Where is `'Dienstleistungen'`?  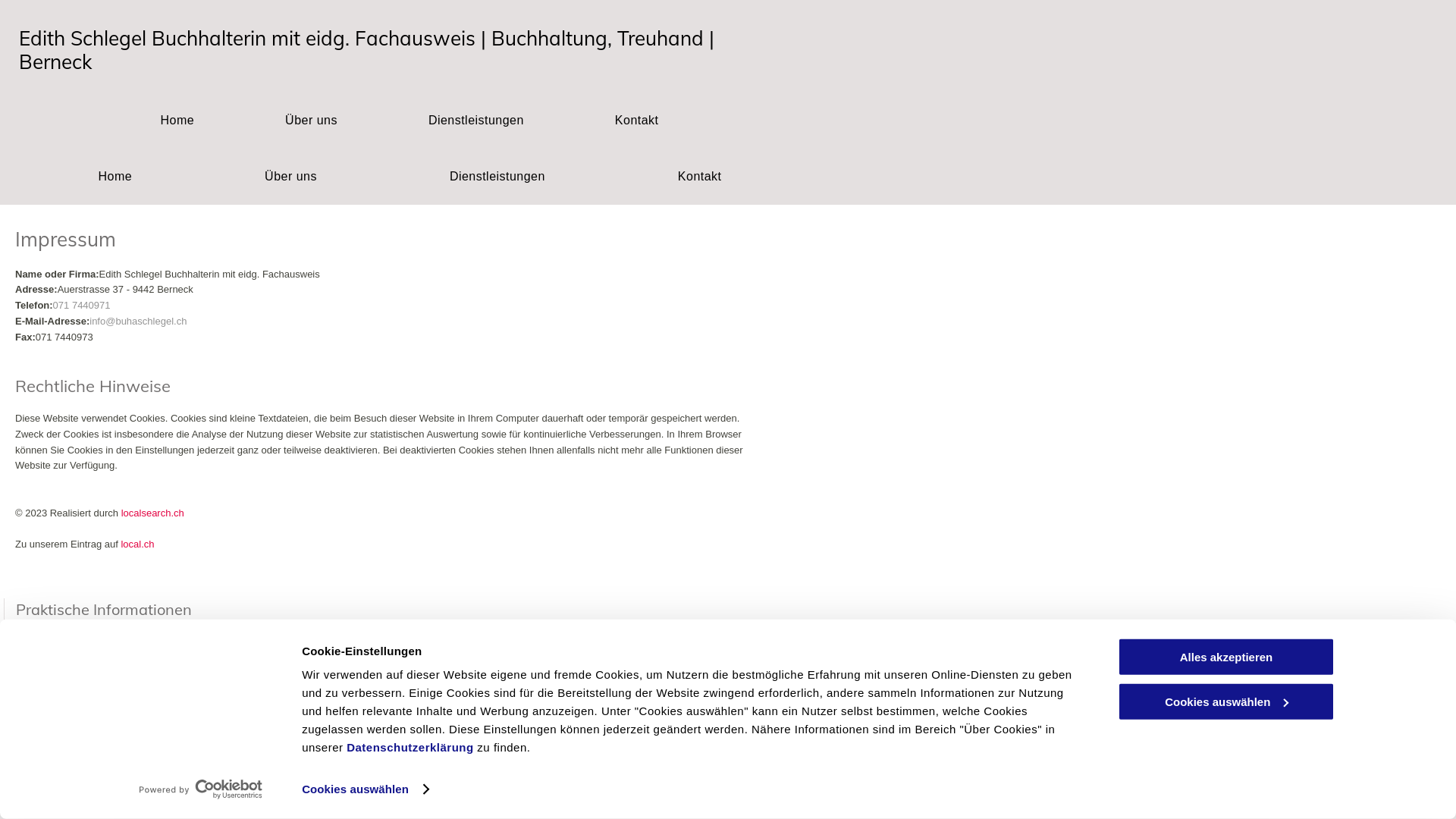
'Dienstleistungen' is located at coordinates (475, 119).